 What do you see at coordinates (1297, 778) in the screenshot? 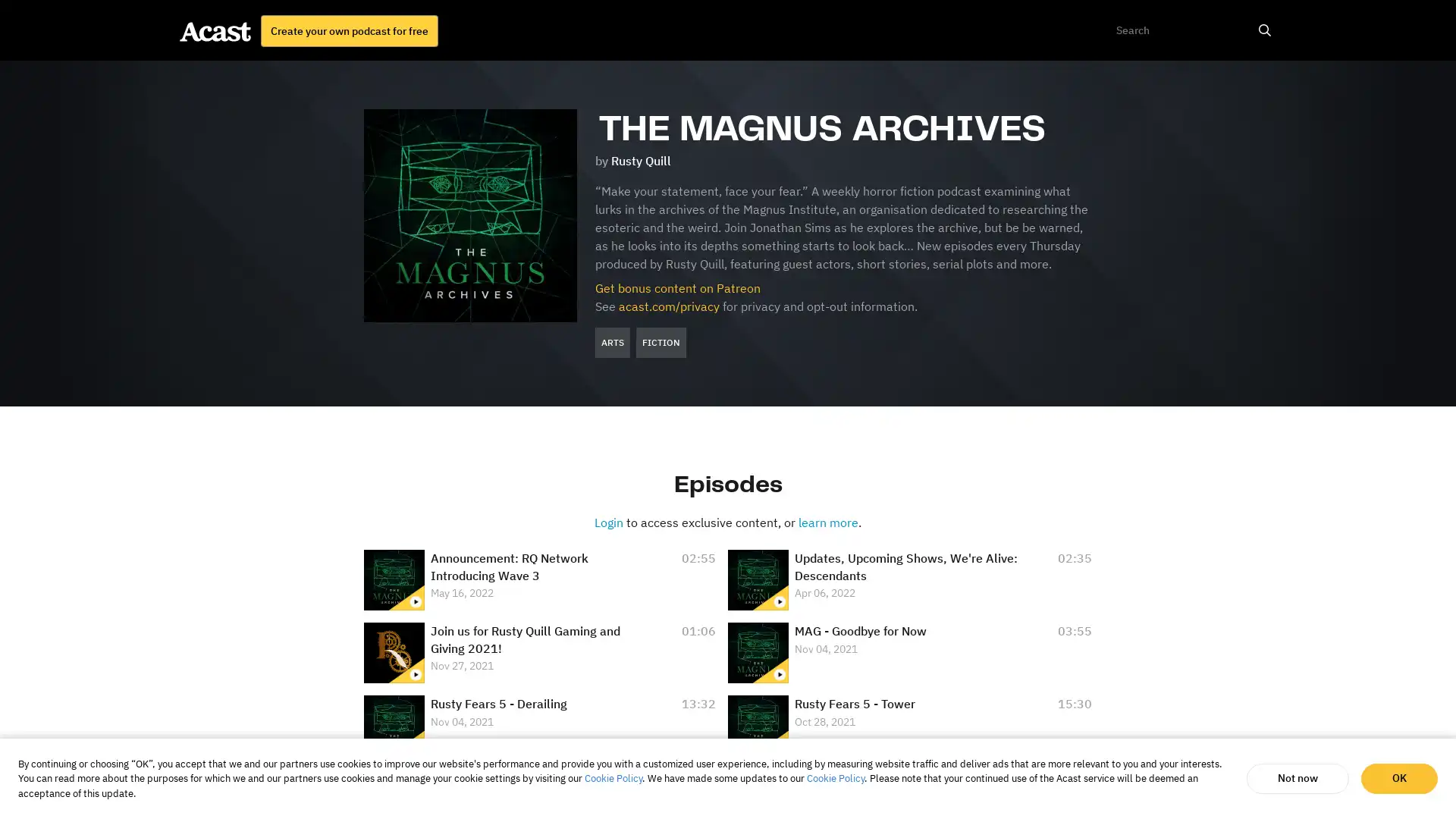
I see `Not now` at bounding box center [1297, 778].